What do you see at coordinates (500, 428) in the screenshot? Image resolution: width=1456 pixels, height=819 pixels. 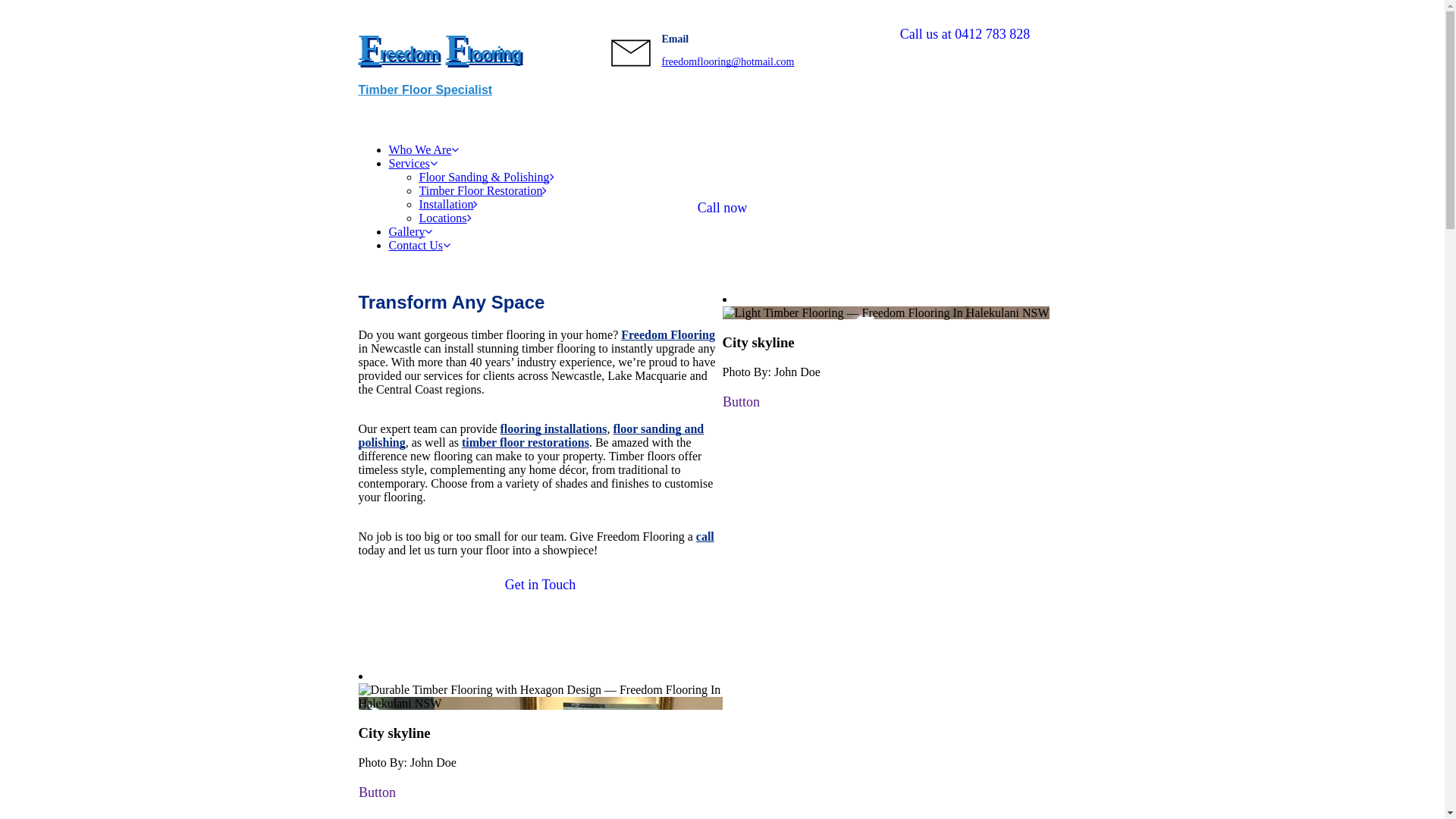 I see `'flooring installations'` at bounding box center [500, 428].